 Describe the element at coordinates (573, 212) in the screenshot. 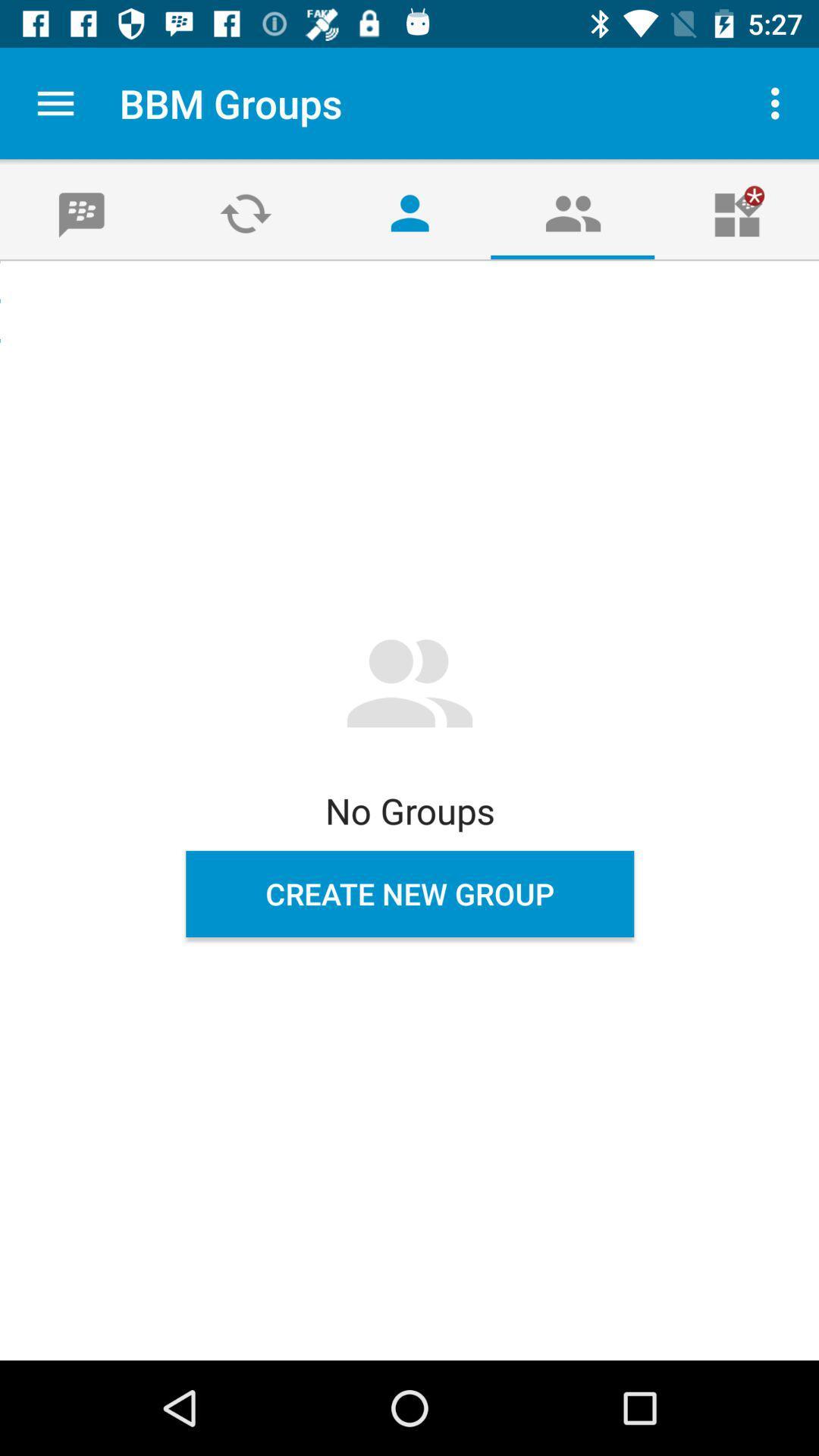

I see `the group icon` at that location.